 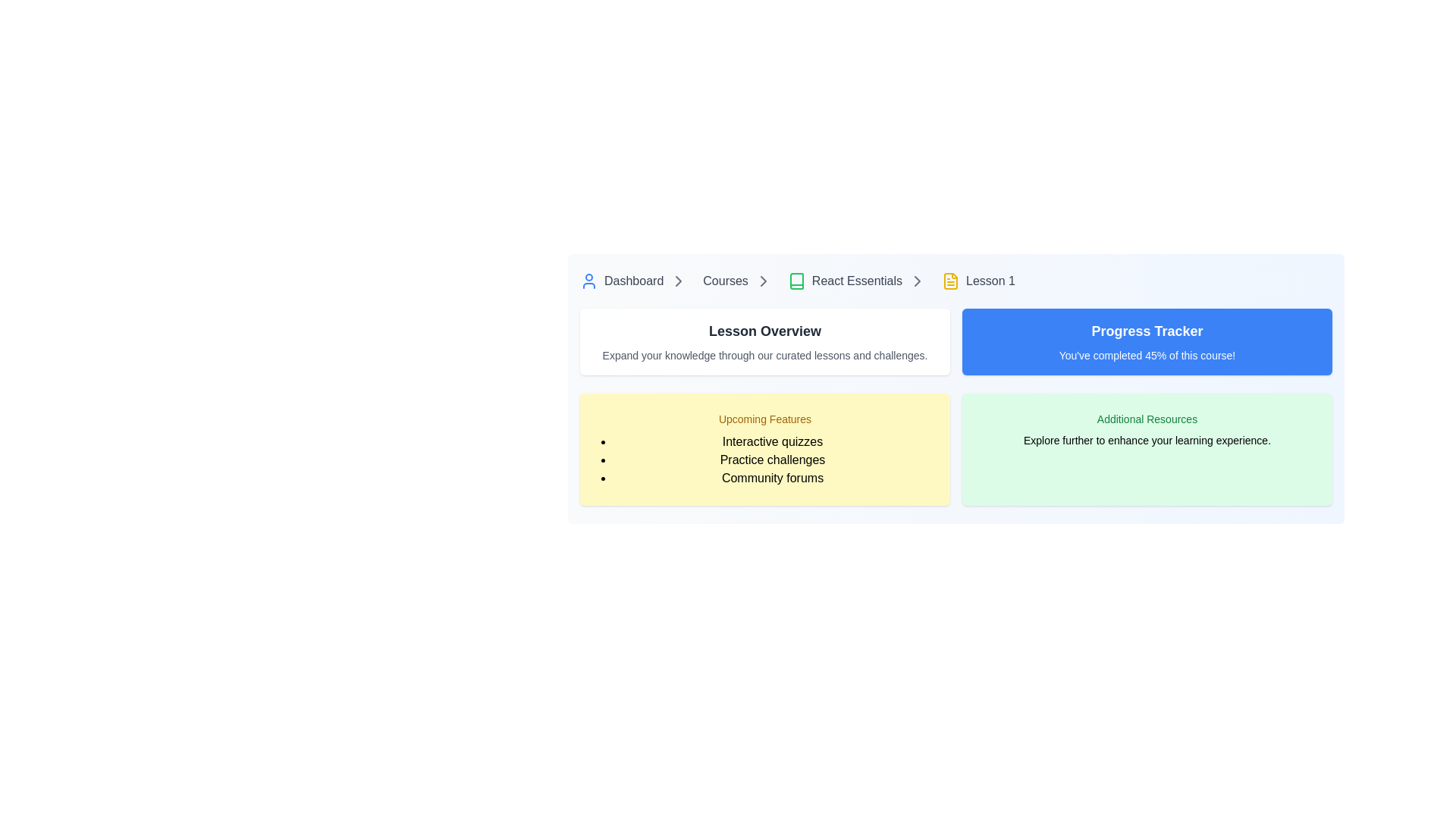 What do you see at coordinates (764, 330) in the screenshot?
I see `the text label or section heading that serves as a title for the section below, located in the top-middle section of the interface` at bounding box center [764, 330].